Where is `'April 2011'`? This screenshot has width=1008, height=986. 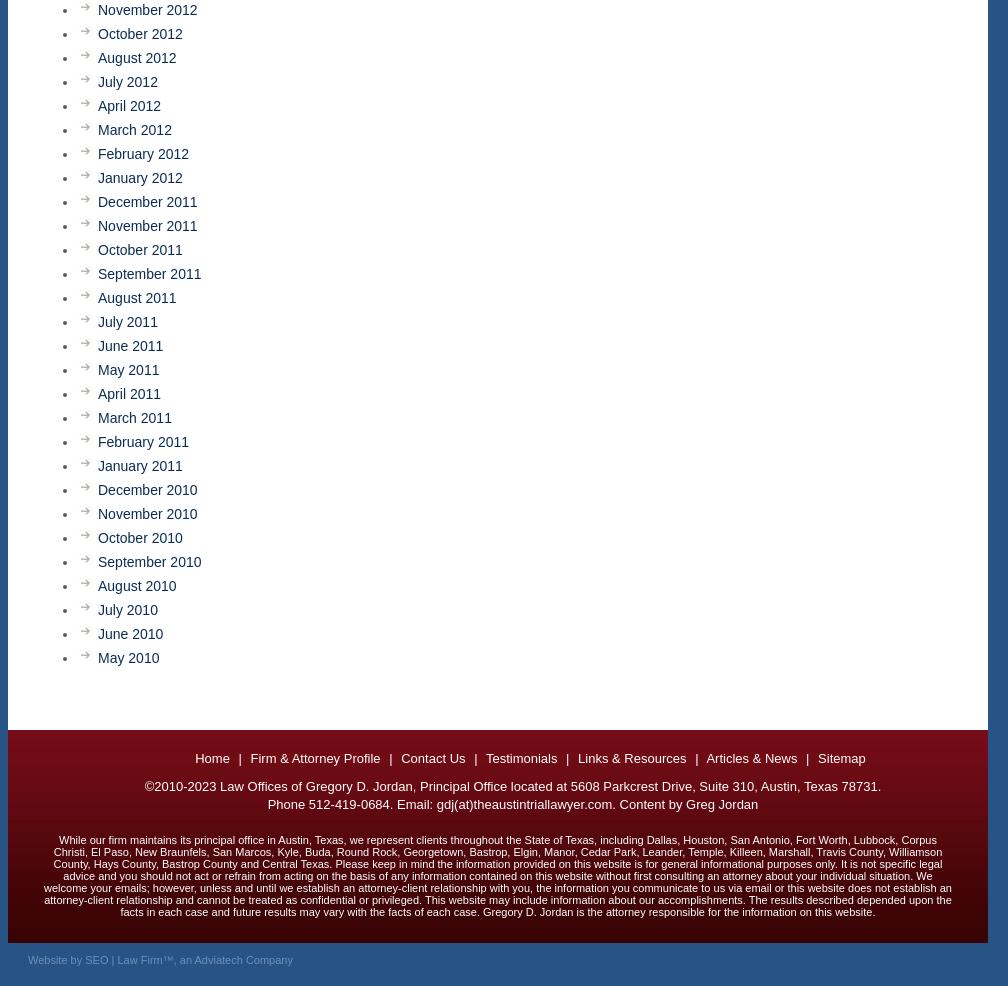
'April 2011' is located at coordinates (129, 393).